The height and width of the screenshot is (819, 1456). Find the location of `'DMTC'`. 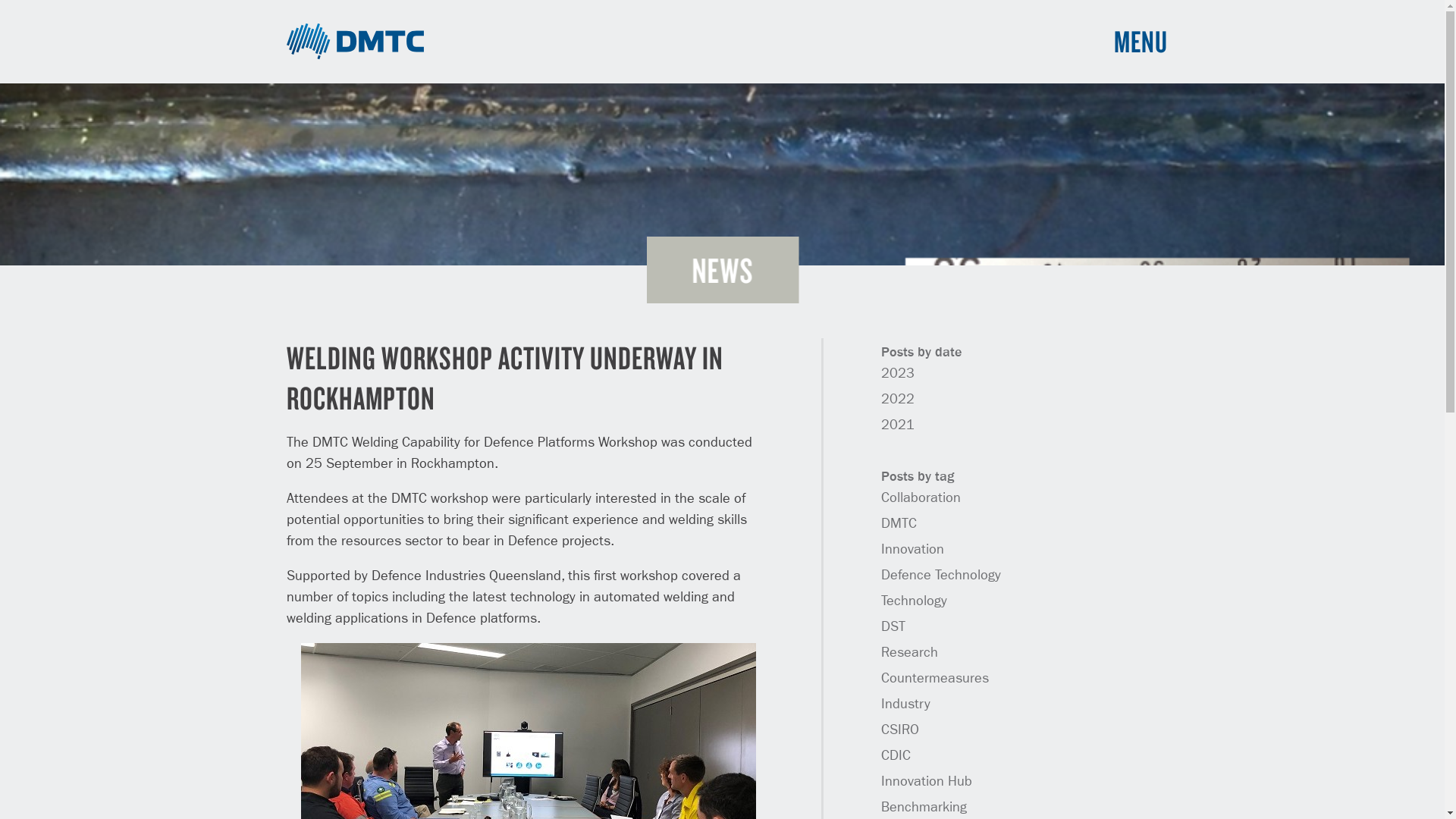

'DMTC' is located at coordinates (355, 40).